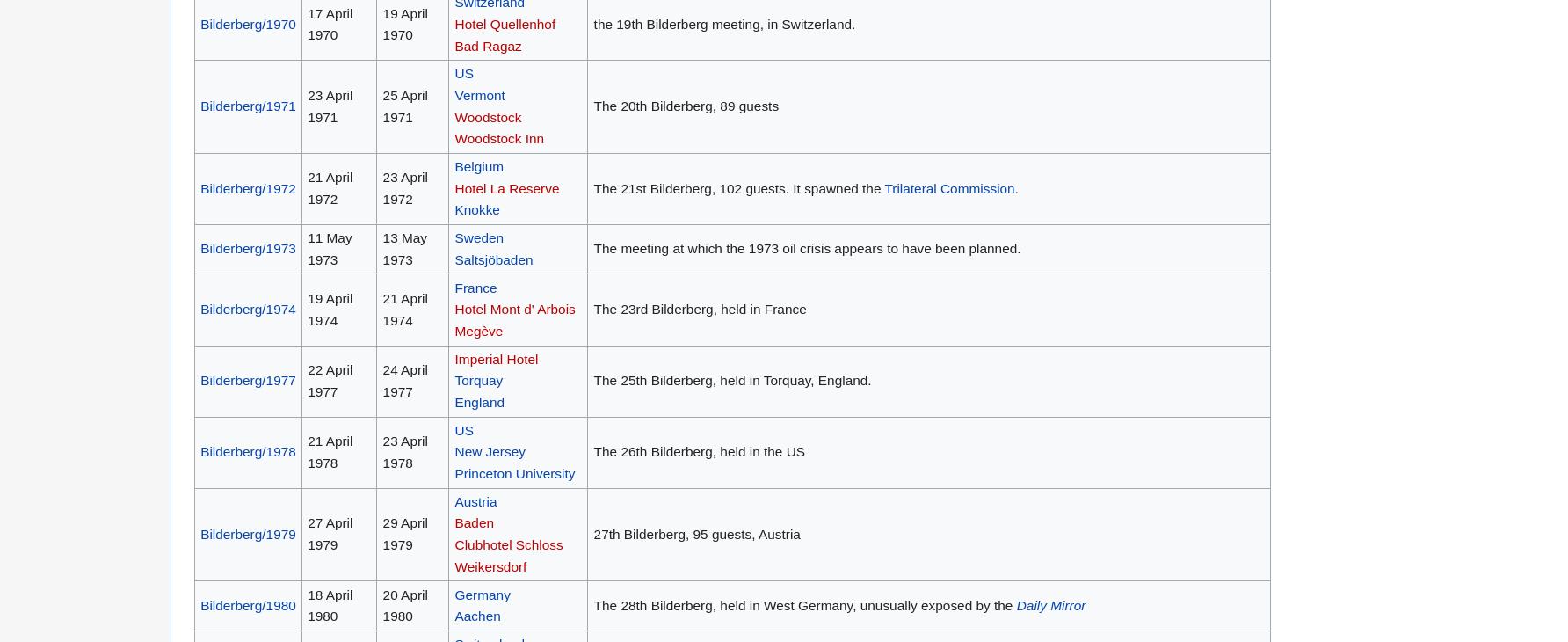  What do you see at coordinates (454, 472) in the screenshot?
I see `'Princeton University'` at bounding box center [454, 472].